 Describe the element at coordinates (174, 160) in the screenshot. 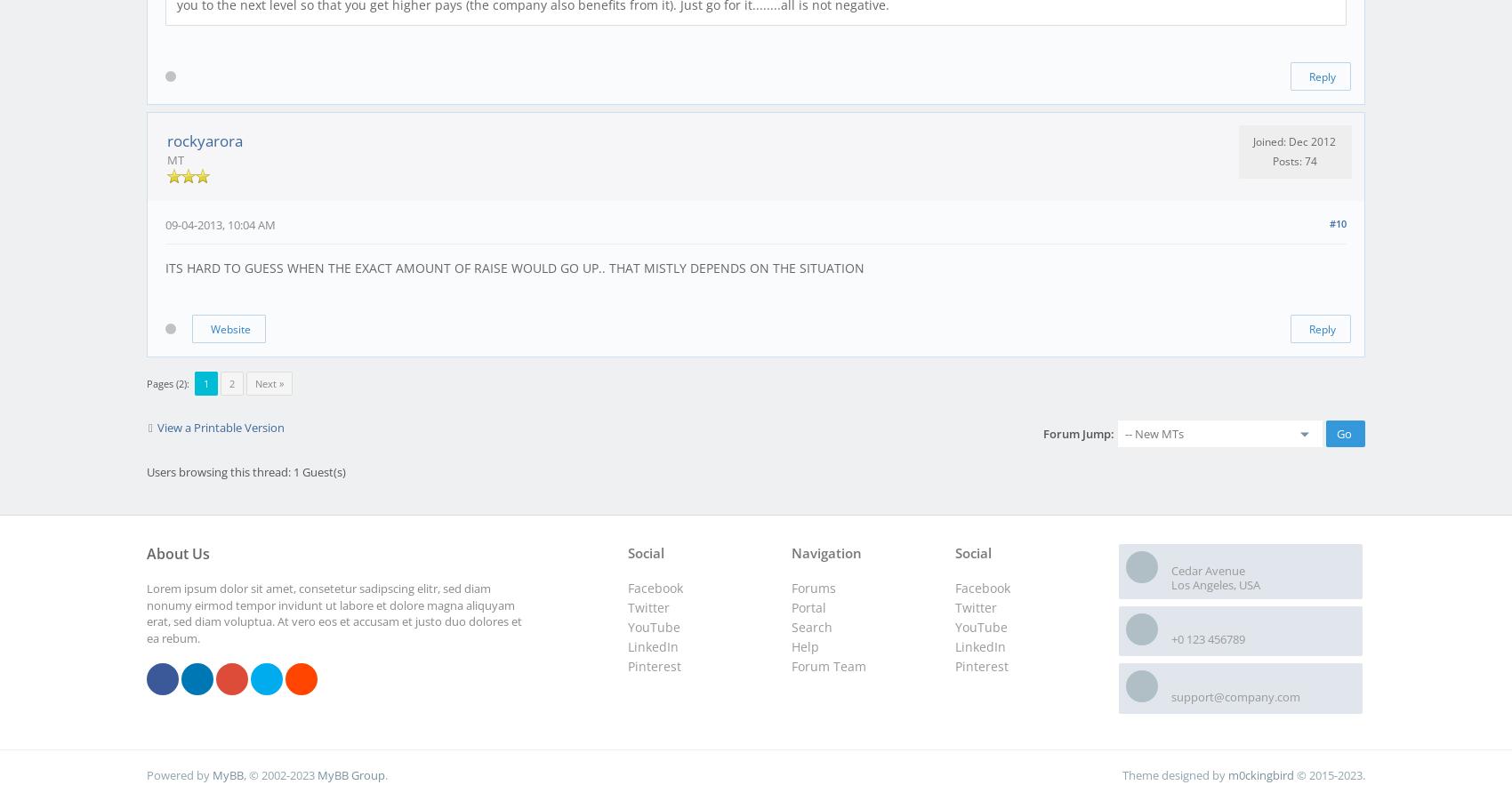

I see `'MT'` at that location.